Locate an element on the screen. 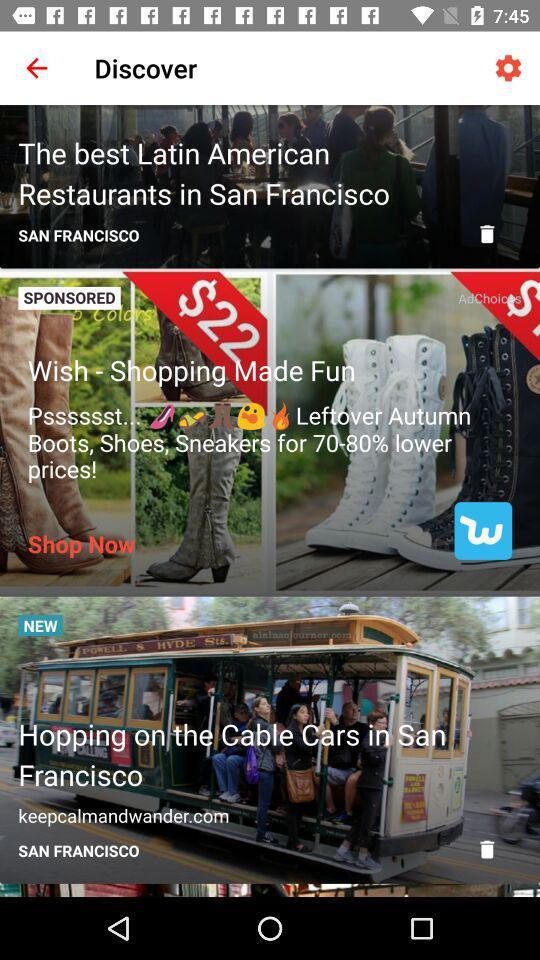 The image size is (540, 960). delete the item is located at coordinates (486, 234).